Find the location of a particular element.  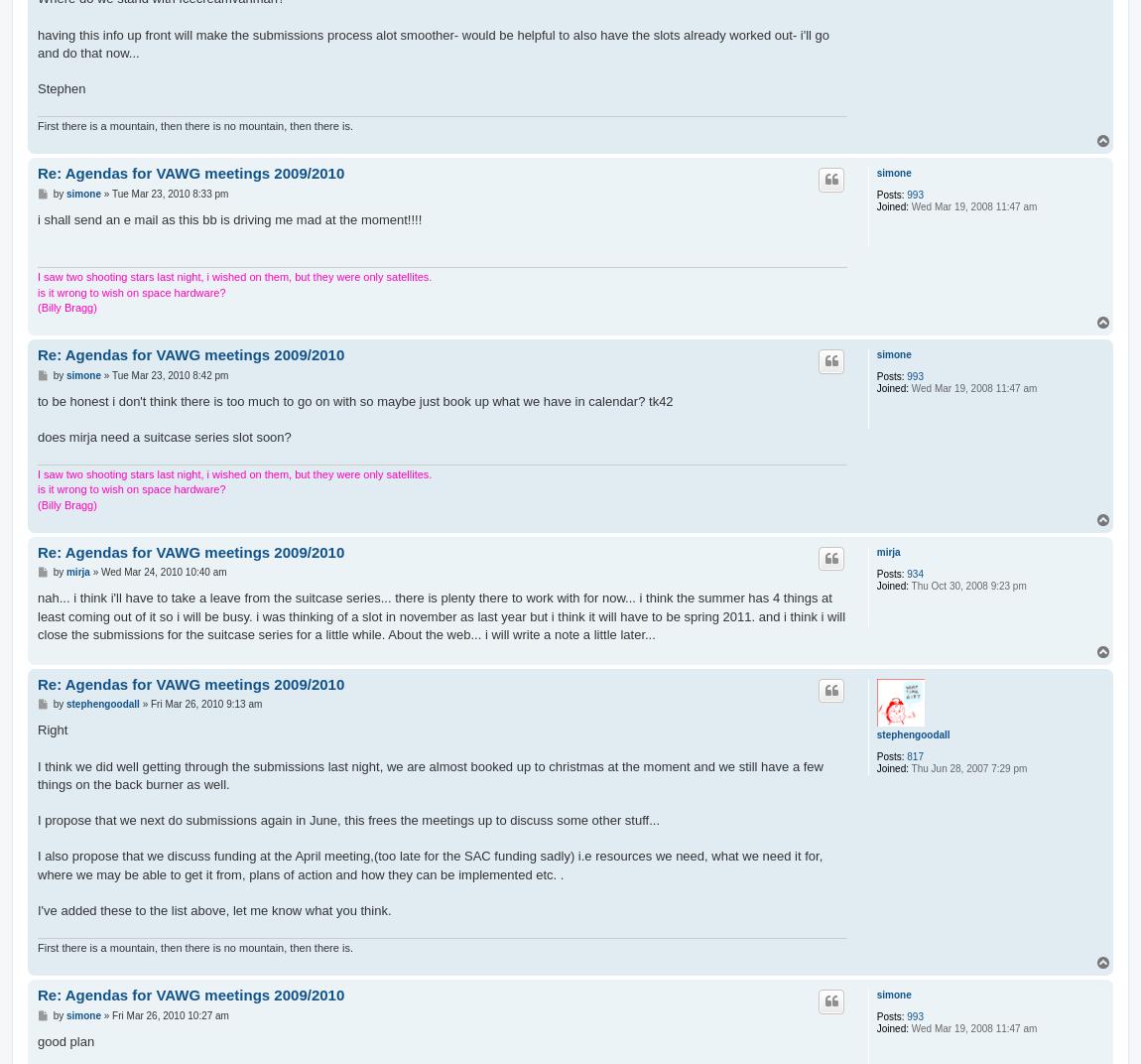

'Tue Mar 23, 2010 8:33 pm' is located at coordinates (169, 192).